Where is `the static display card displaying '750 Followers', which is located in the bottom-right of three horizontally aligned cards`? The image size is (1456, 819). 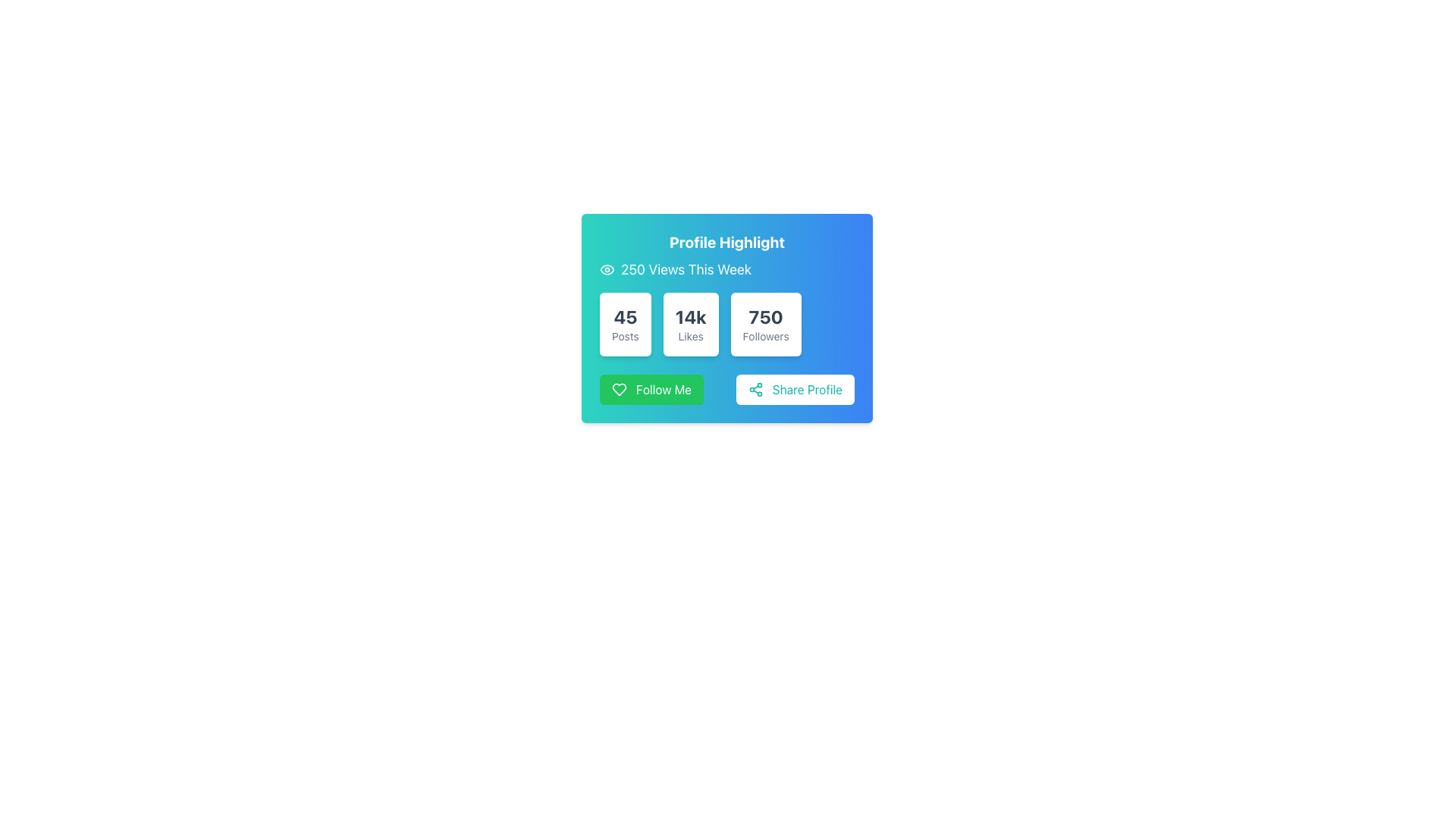 the static display card displaying '750 Followers', which is located in the bottom-right of three horizontally aligned cards is located at coordinates (766, 324).